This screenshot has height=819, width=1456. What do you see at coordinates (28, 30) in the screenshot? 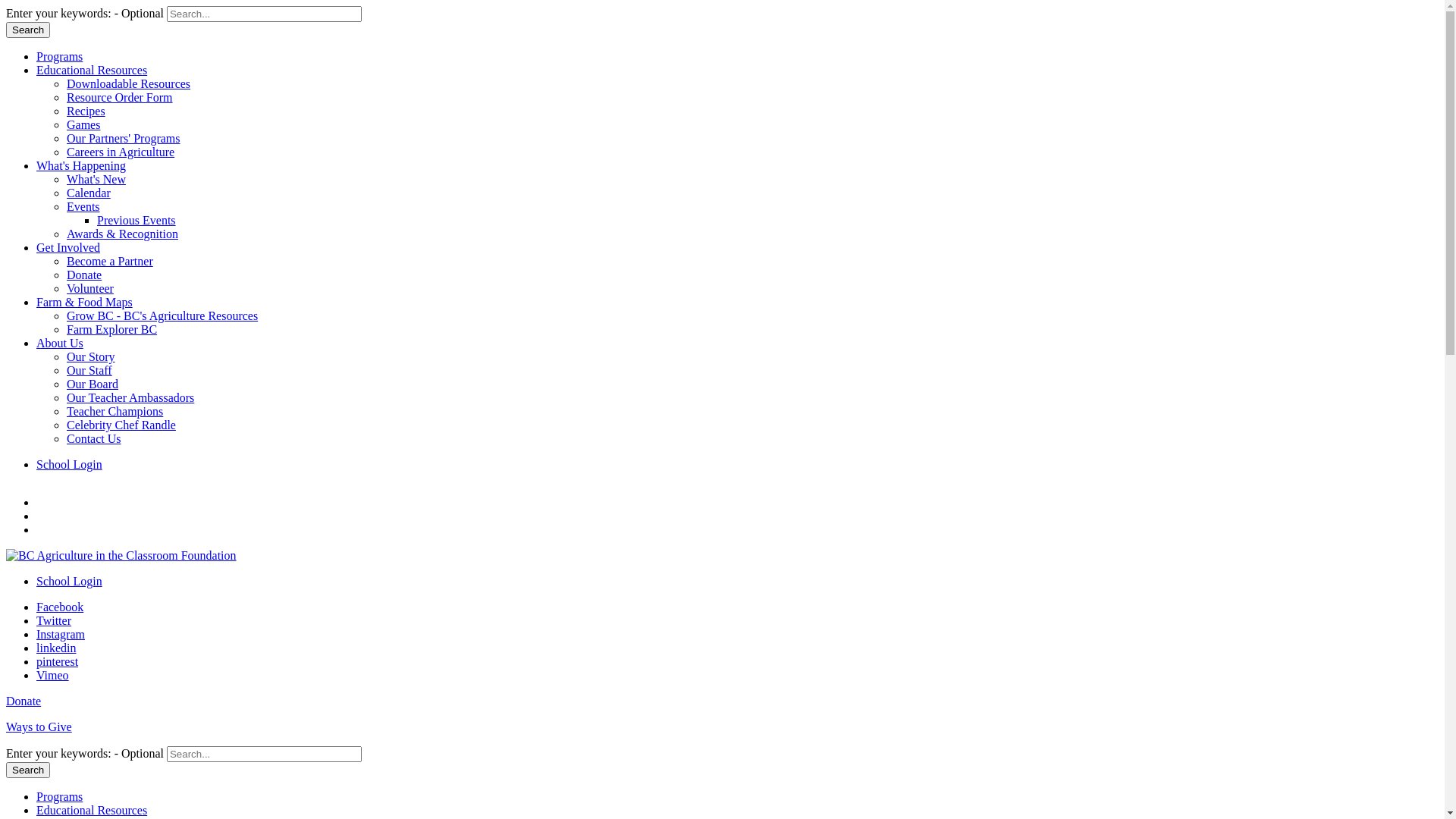
I see `'Search'` at bounding box center [28, 30].